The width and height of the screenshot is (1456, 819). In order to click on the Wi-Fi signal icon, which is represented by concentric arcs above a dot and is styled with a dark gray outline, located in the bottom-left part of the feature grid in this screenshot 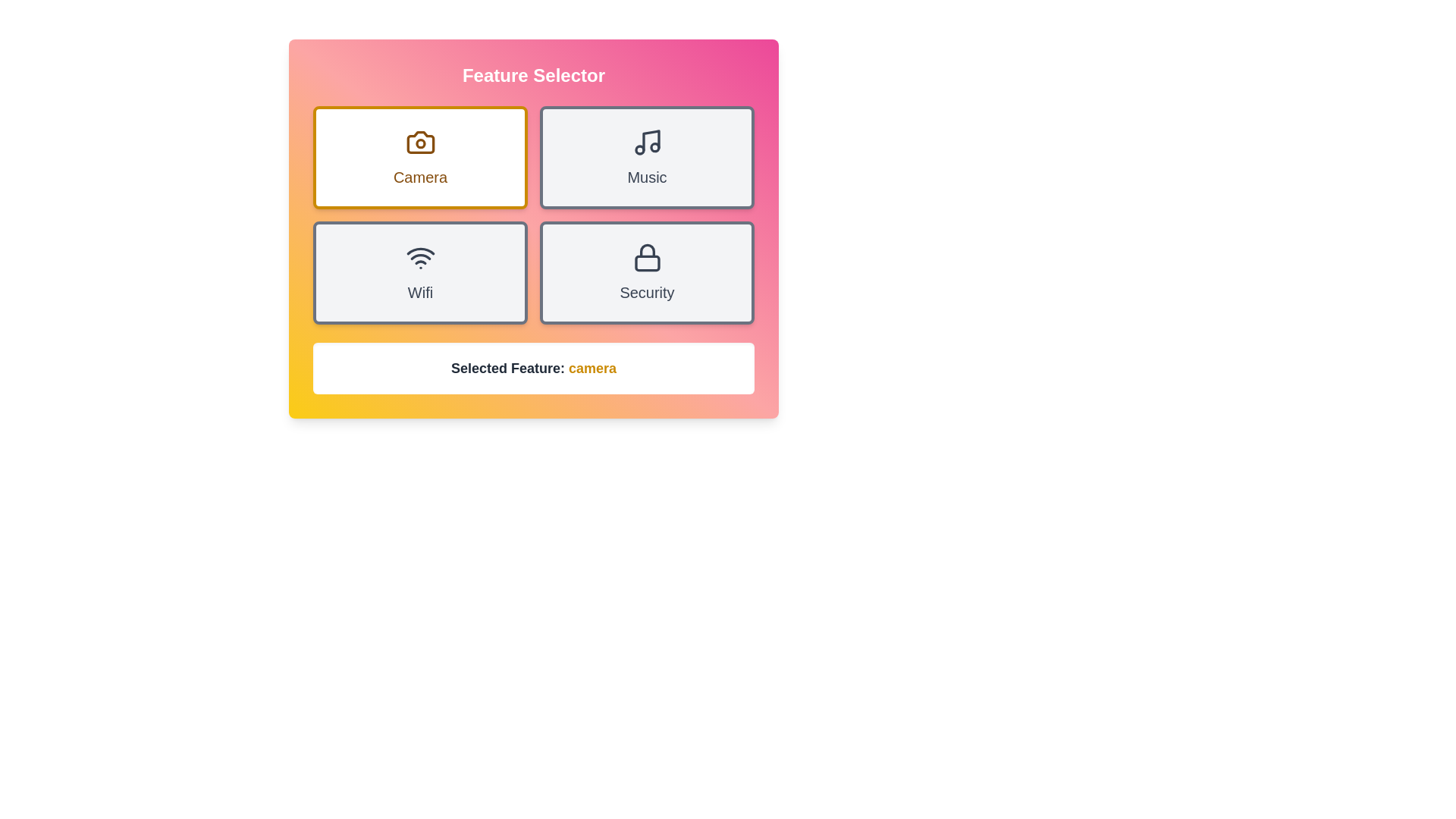, I will do `click(420, 256)`.